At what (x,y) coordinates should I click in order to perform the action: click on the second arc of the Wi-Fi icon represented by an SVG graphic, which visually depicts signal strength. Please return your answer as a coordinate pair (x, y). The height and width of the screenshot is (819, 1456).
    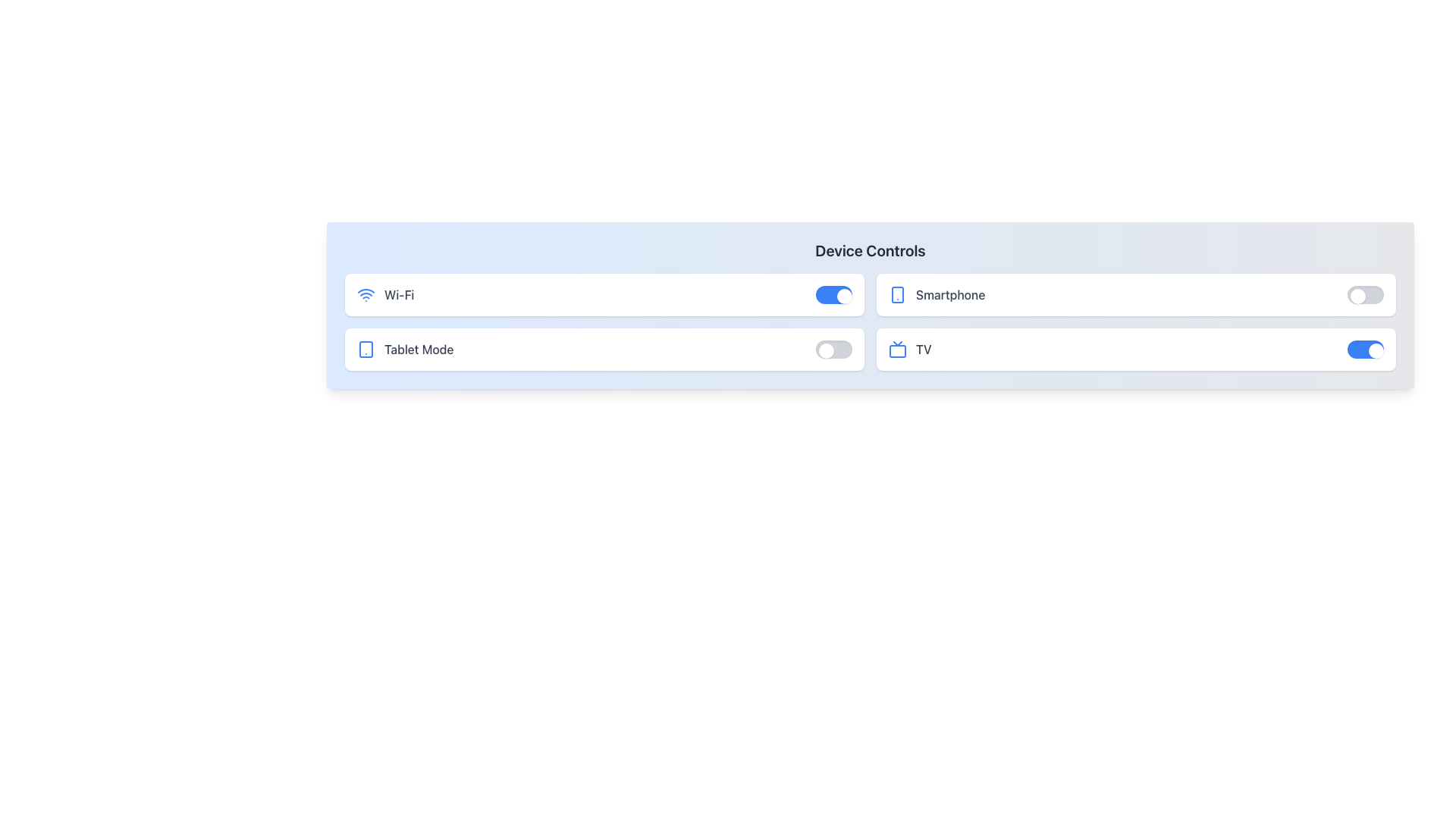
    Looking at the image, I should click on (366, 290).